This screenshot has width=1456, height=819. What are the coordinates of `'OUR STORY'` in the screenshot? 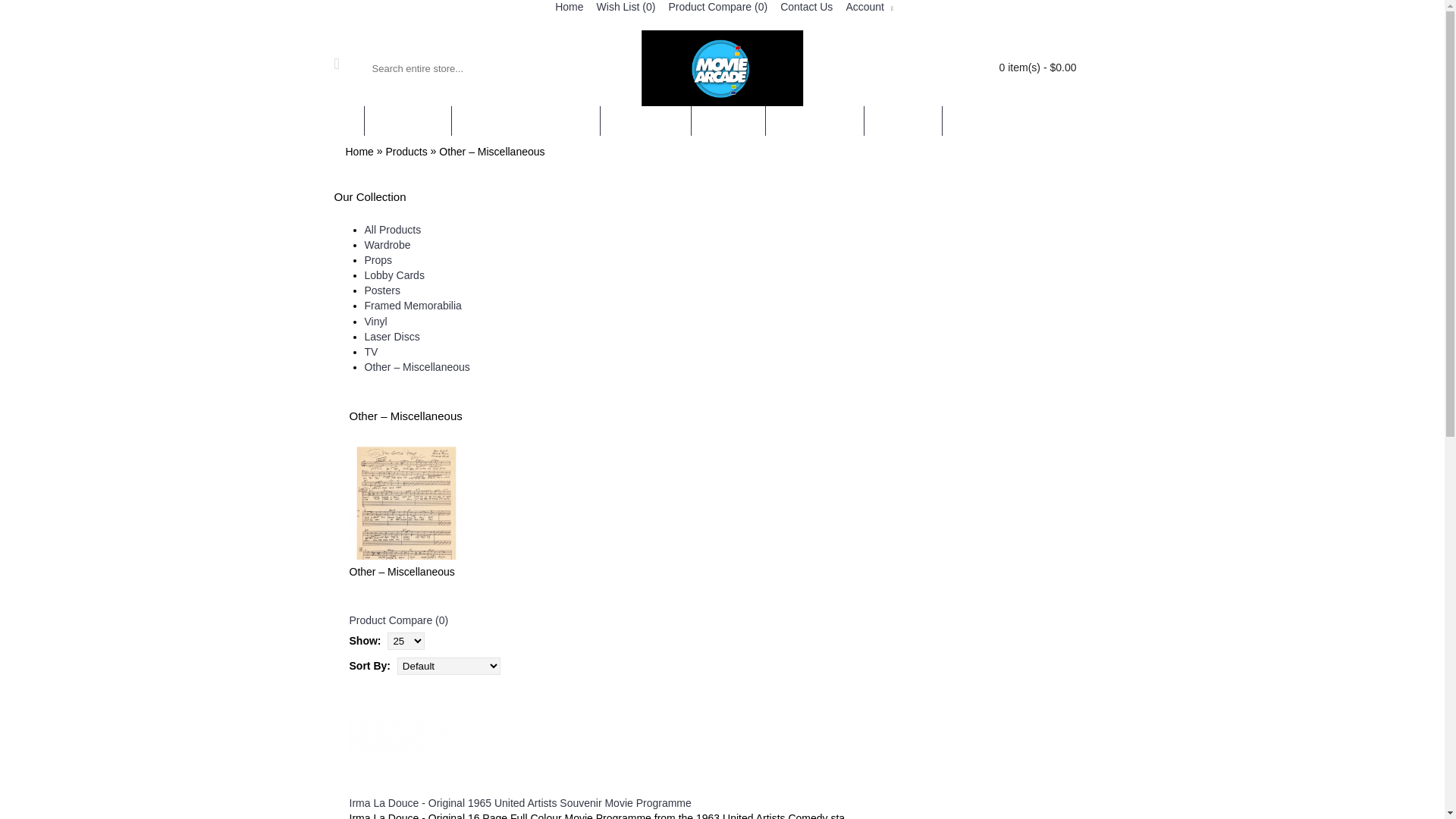 It's located at (645, 120).